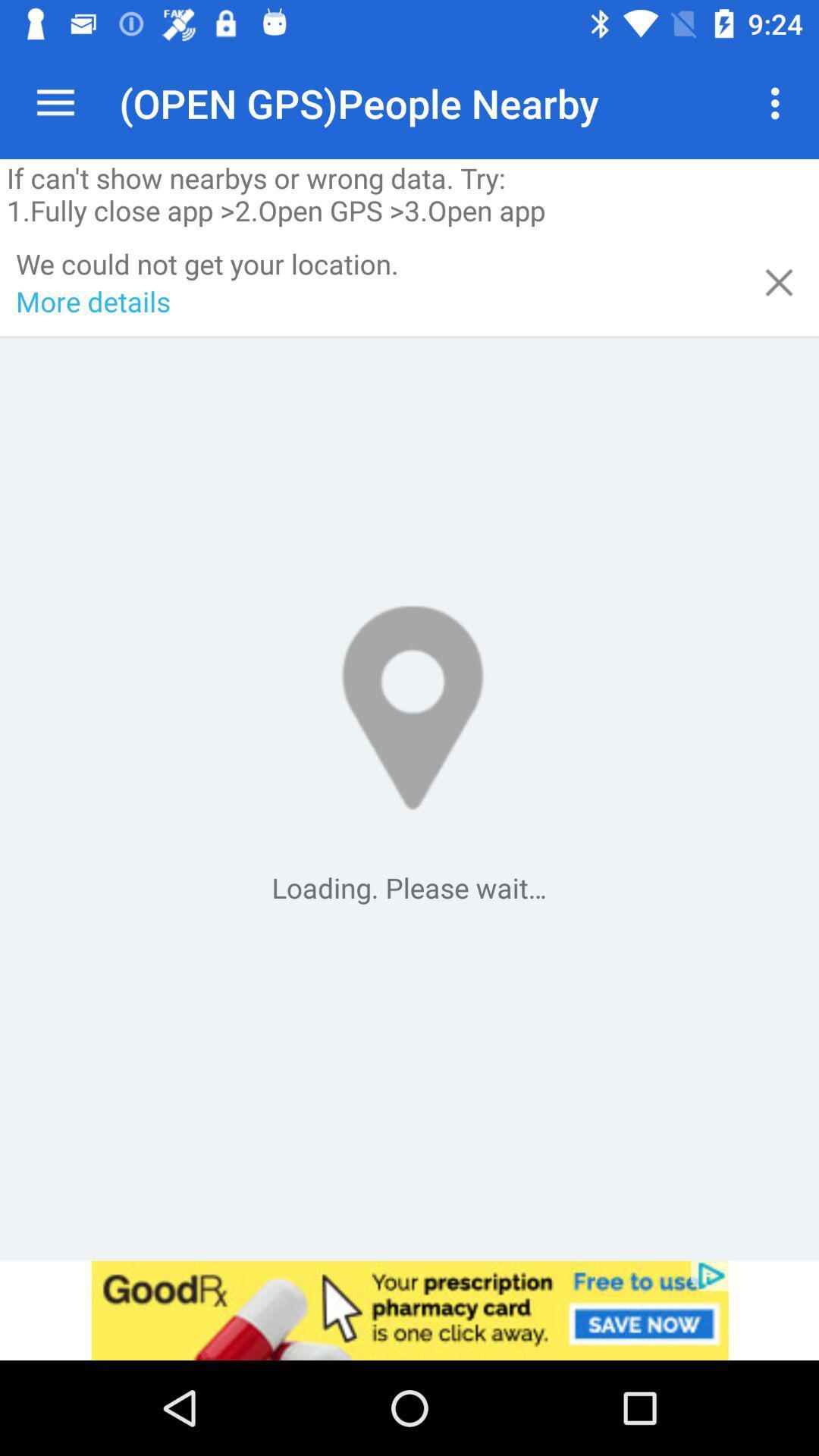  What do you see at coordinates (409, 1310) in the screenshot?
I see `advertisements image` at bounding box center [409, 1310].